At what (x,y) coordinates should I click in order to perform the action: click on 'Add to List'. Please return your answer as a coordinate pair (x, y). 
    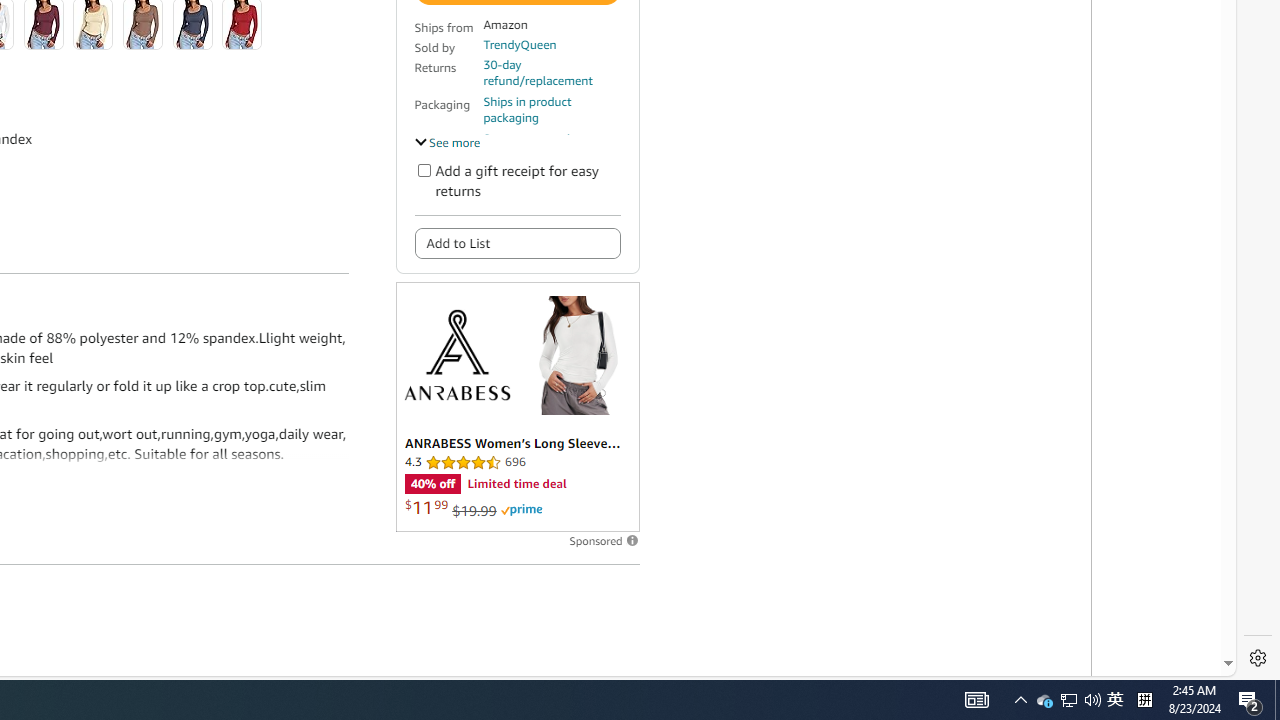
    Looking at the image, I should click on (517, 242).